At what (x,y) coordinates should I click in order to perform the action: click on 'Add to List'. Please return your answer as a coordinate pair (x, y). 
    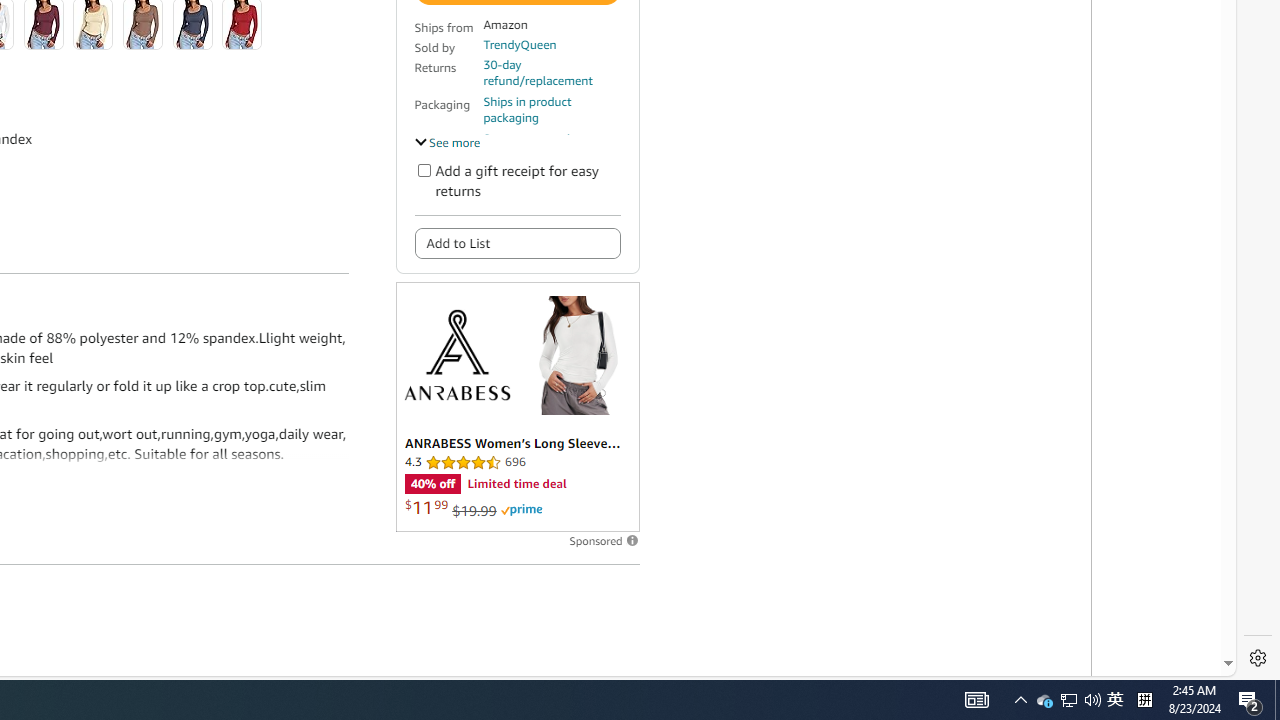
    Looking at the image, I should click on (517, 242).